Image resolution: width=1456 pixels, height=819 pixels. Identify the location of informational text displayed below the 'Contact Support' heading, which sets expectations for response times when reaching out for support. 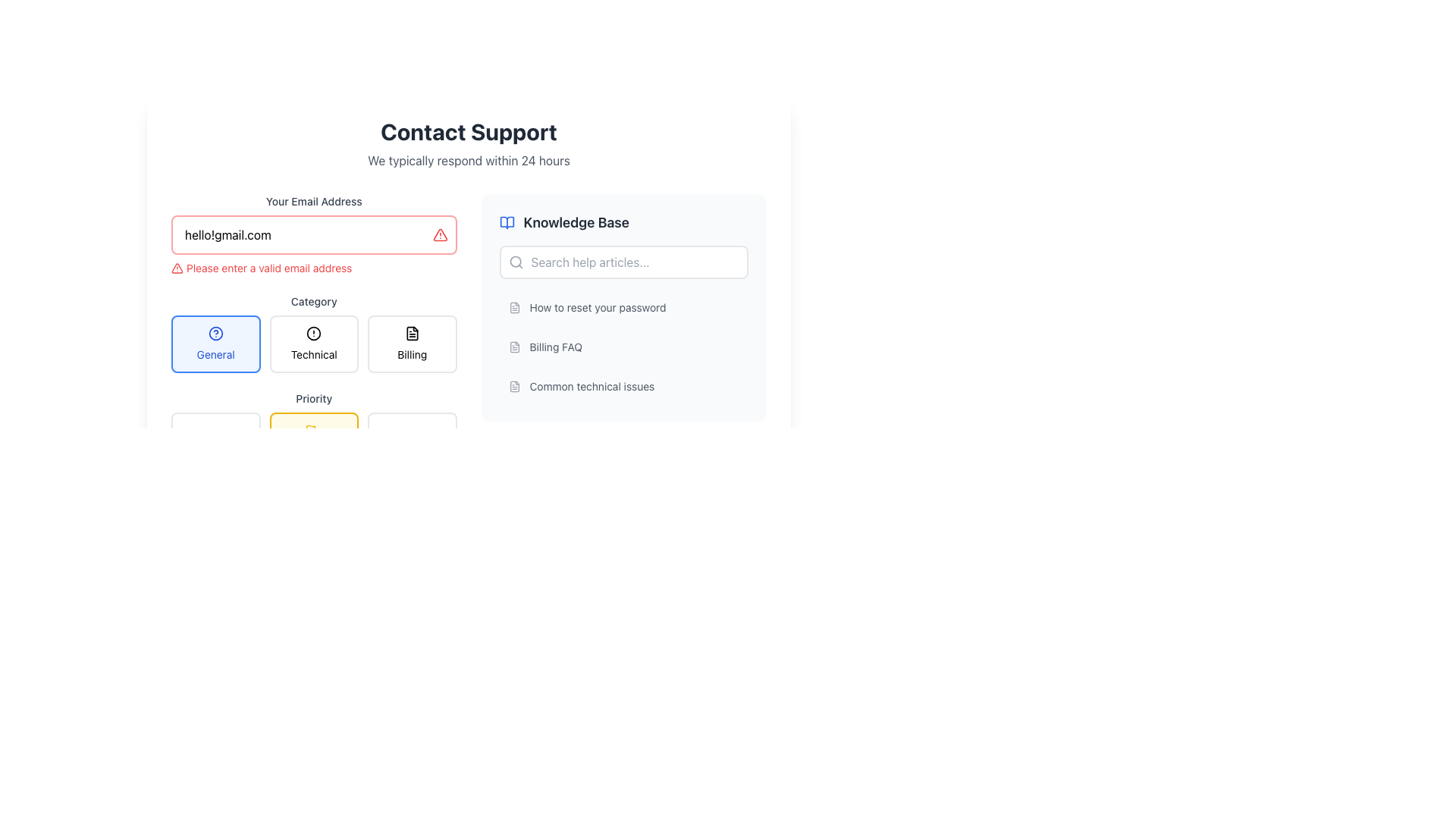
(468, 161).